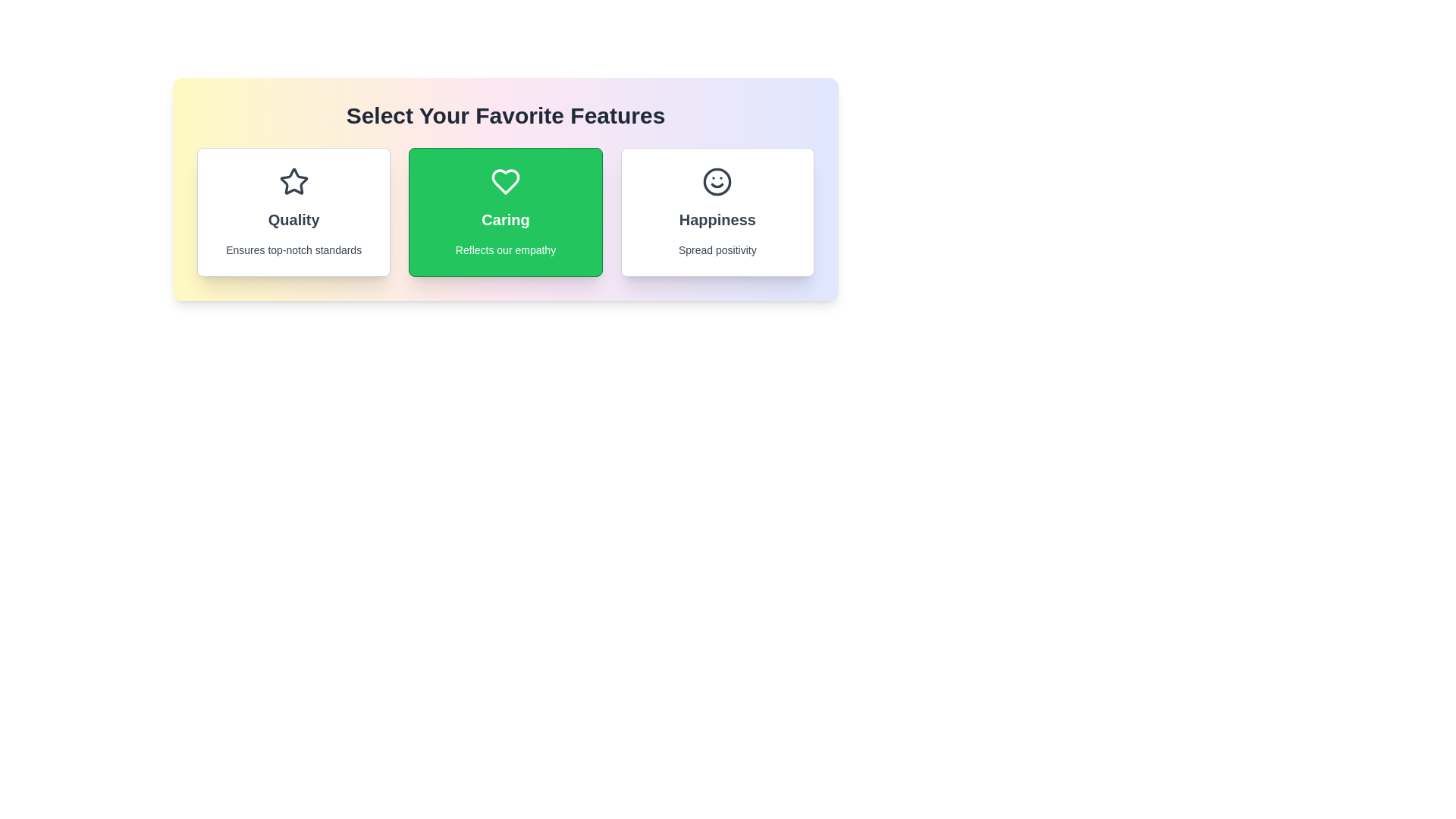  Describe the element at coordinates (506, 212) in the screenshot. I see `the feature card labeled Caring` at that location.